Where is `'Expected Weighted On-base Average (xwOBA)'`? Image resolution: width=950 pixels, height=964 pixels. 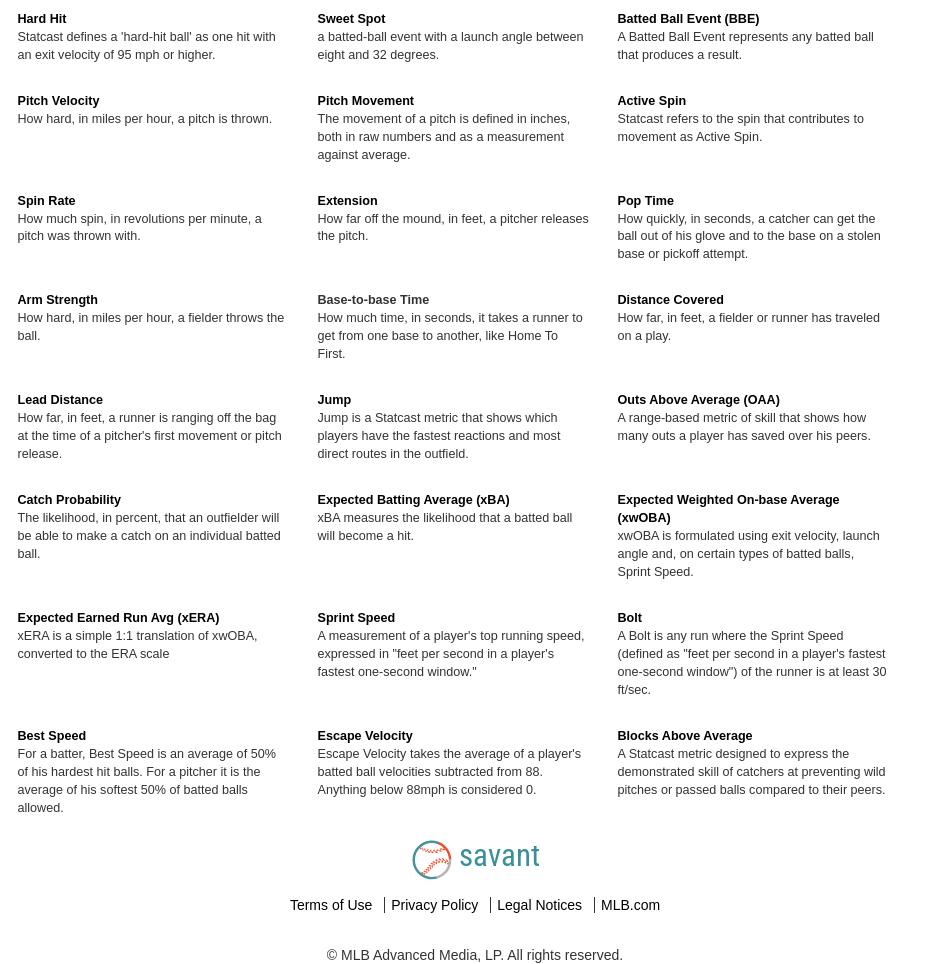
'Expected Weighted On-base Average (xwOBA)' is located at coordinates (726, 507).